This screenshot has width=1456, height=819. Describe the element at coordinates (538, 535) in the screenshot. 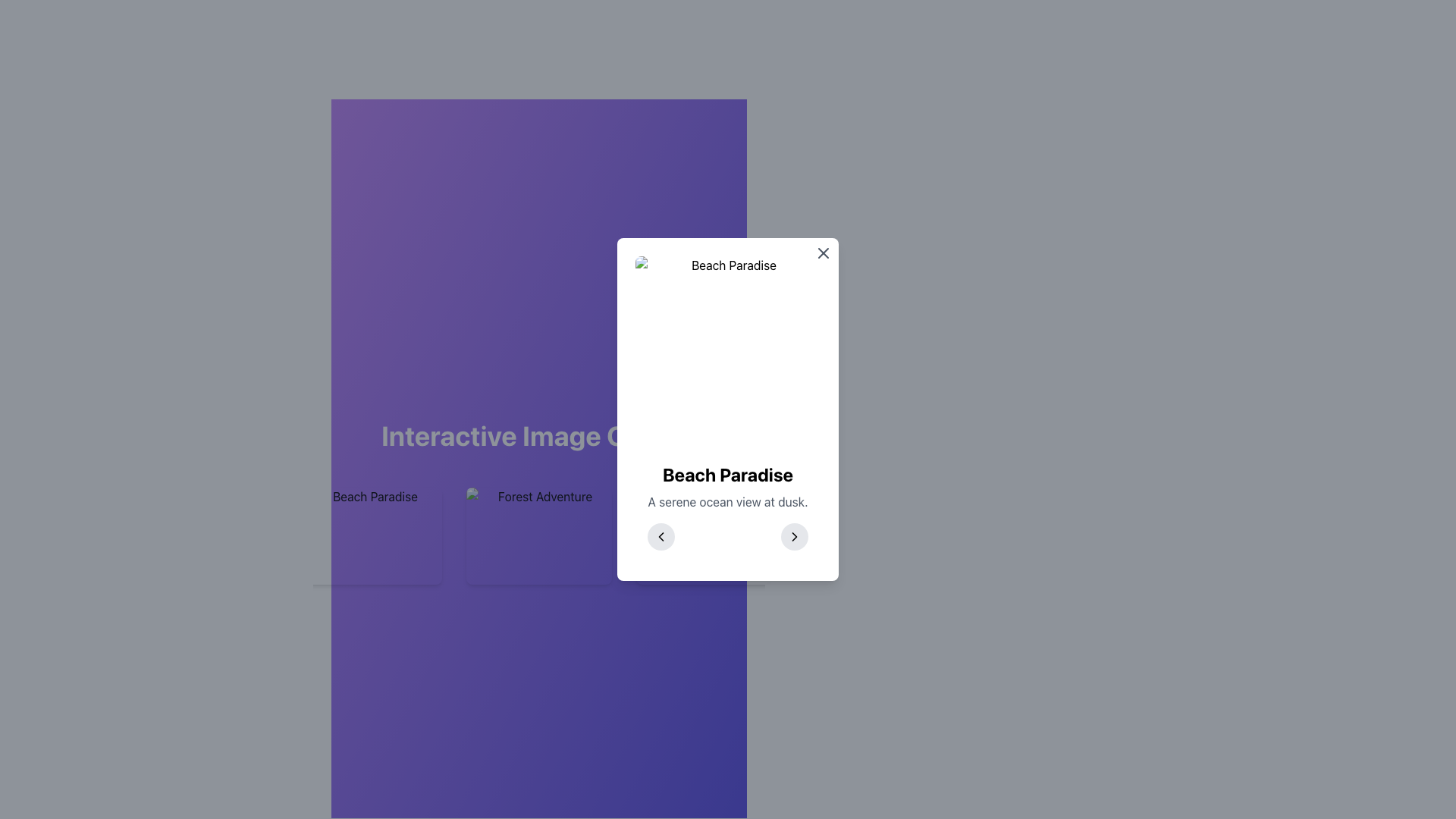

I see `the second interactive card in the horizontal arrangement of three cards, which has a dark purple background and a soft shadow` at that location.